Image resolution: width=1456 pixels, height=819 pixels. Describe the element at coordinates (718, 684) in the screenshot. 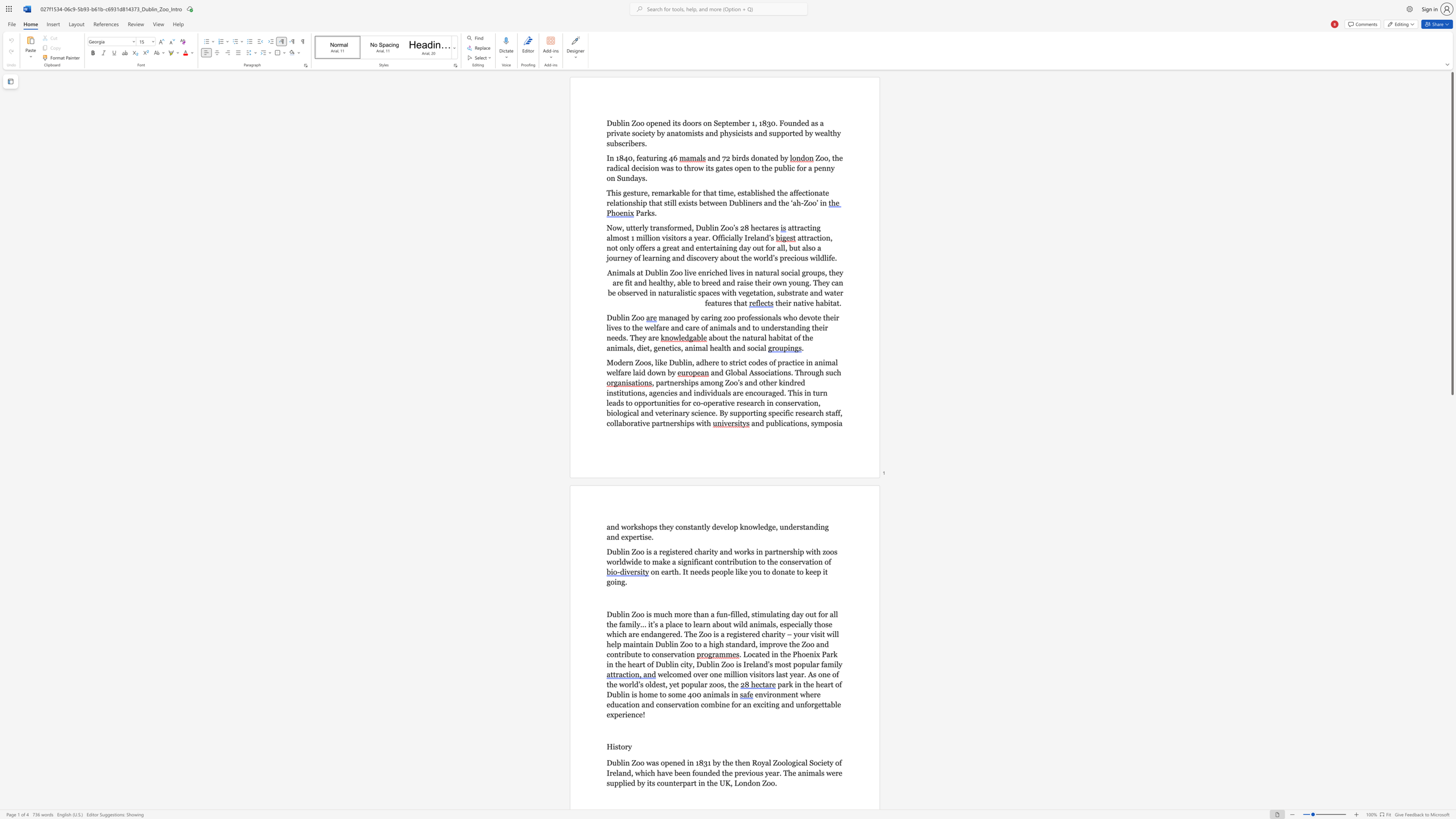

I see `the 3th character "o" in the text` at that location.